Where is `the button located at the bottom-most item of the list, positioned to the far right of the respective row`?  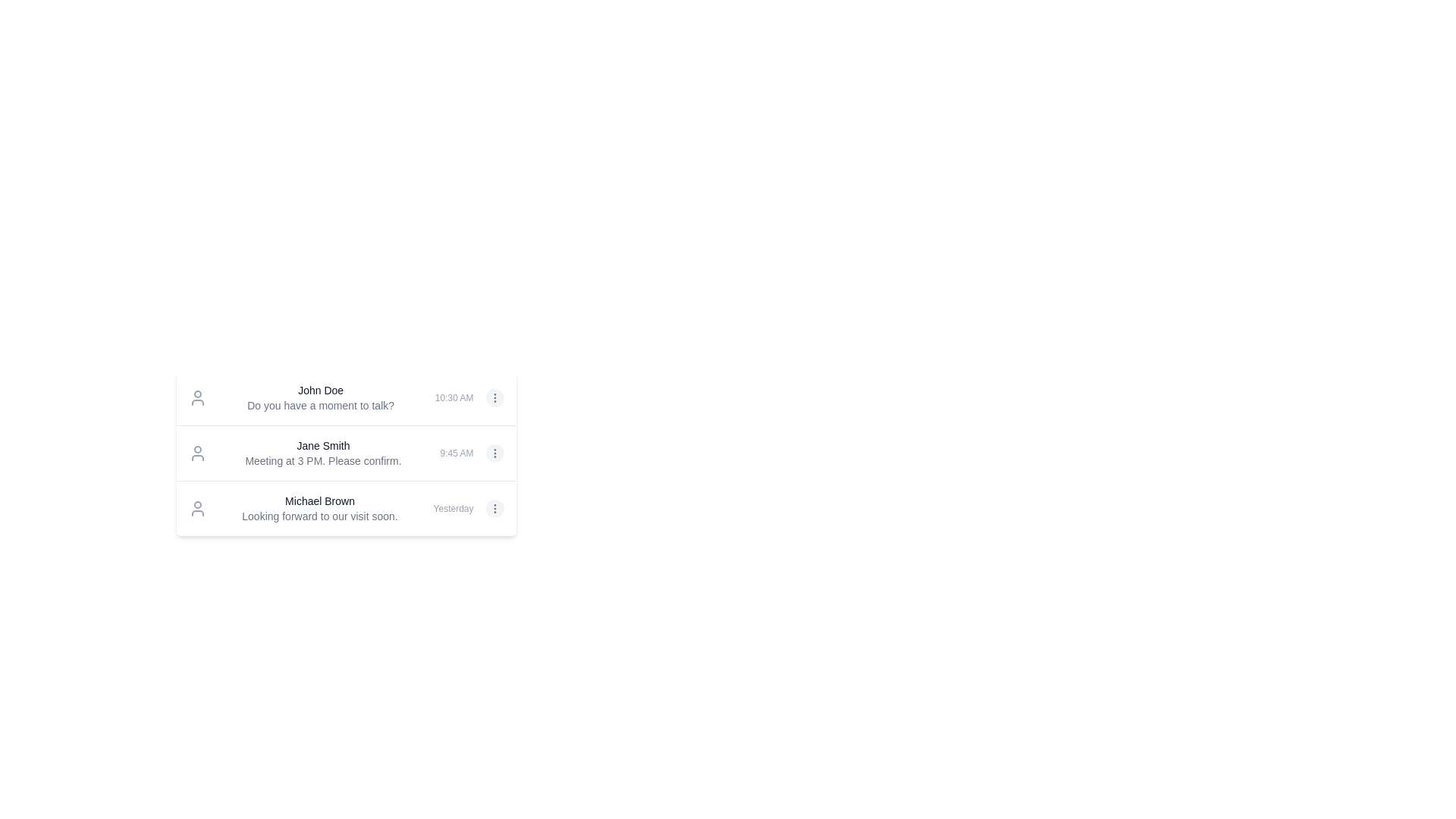 the button located at the bottom-most item of the list, positioned to the far right of the respective row is located at coordinates (494, 509).